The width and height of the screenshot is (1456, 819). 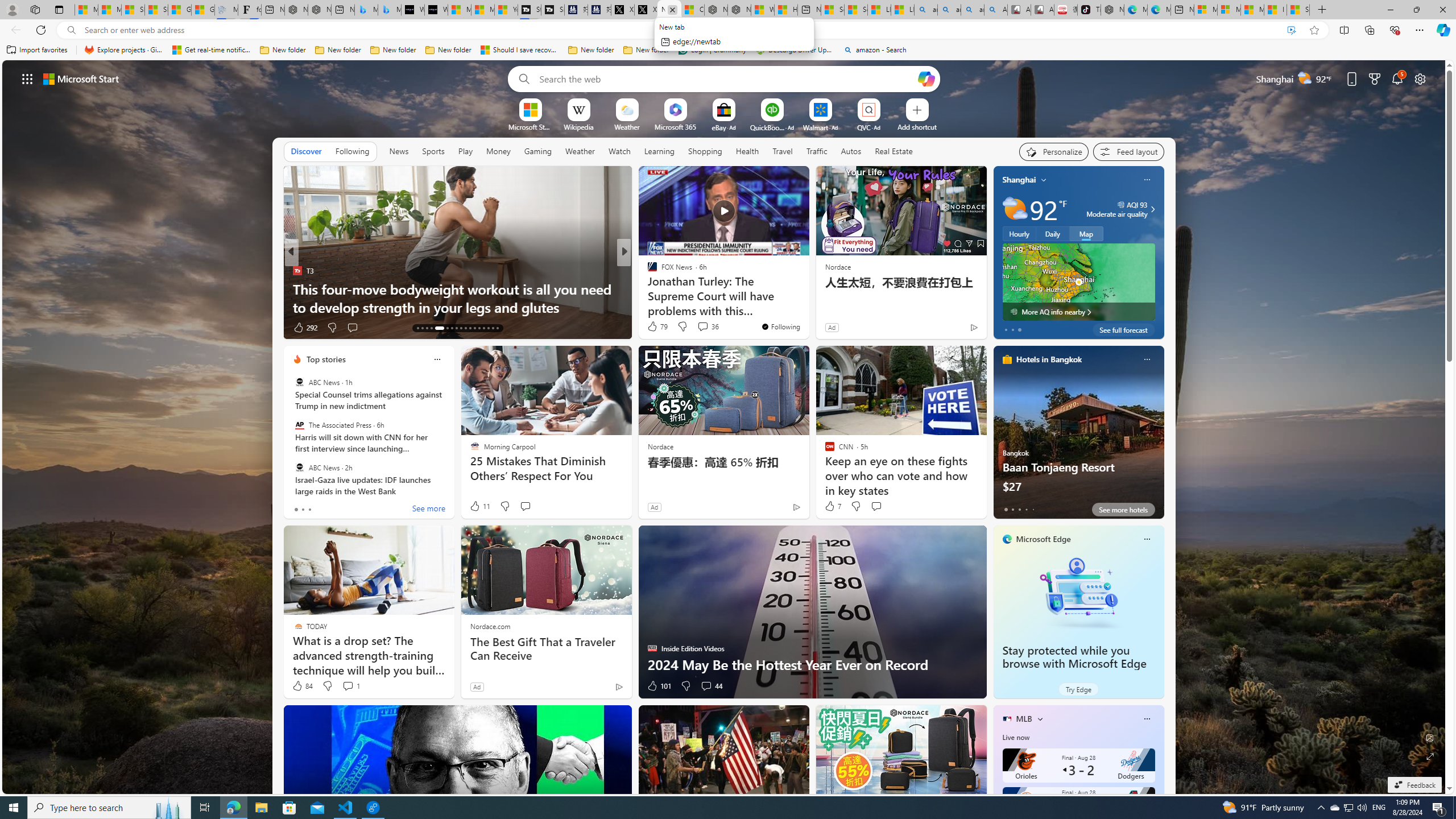 What do you see at coordinates (35, 9) in the screenshot?
I see `'Workspaces'` at bounding box center [35, 9].